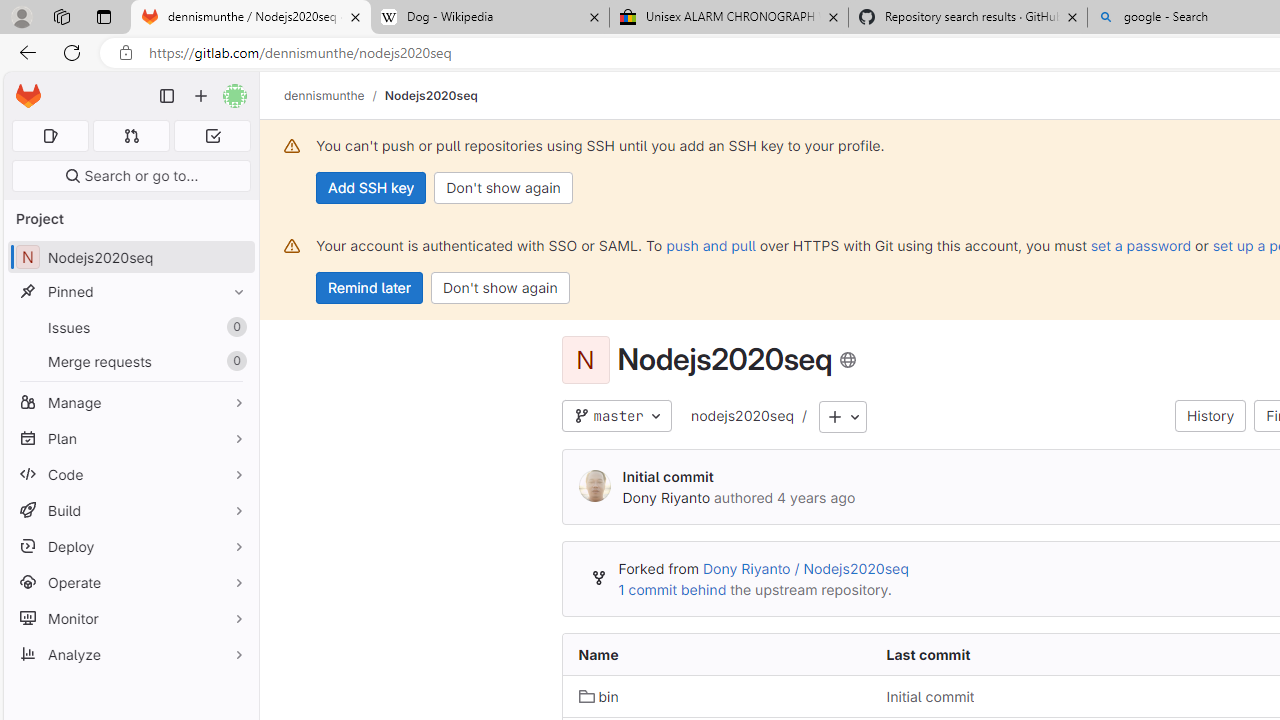 The height and width of the screenshot is (720, 1280). What do you see at coordinates (212, 135) in the screenshot?
I see `'To-Do list 0'` at bounding box center [212, 135].